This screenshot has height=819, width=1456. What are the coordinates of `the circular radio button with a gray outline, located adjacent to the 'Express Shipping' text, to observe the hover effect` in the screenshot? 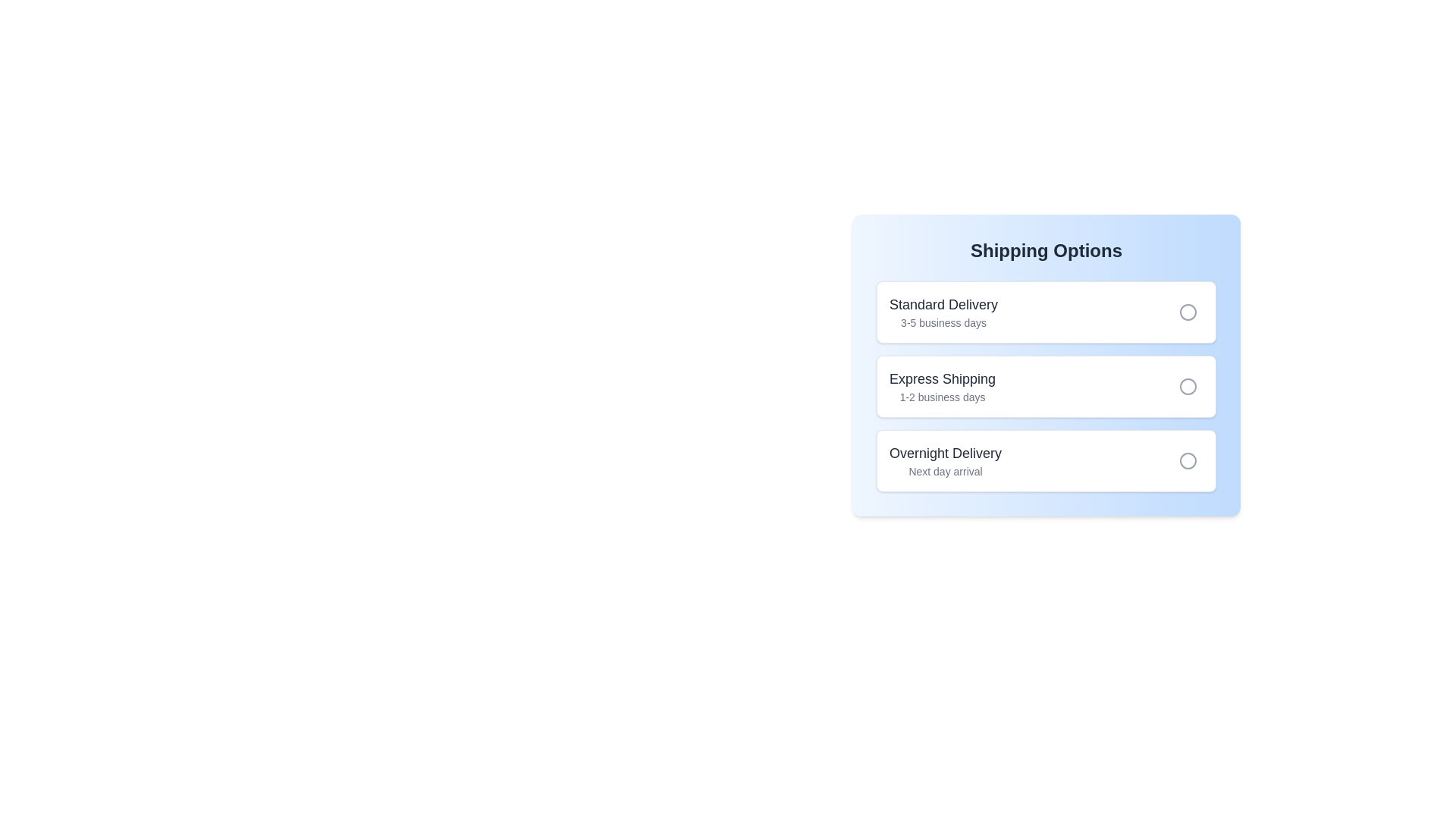 It's located at (1187, 385).